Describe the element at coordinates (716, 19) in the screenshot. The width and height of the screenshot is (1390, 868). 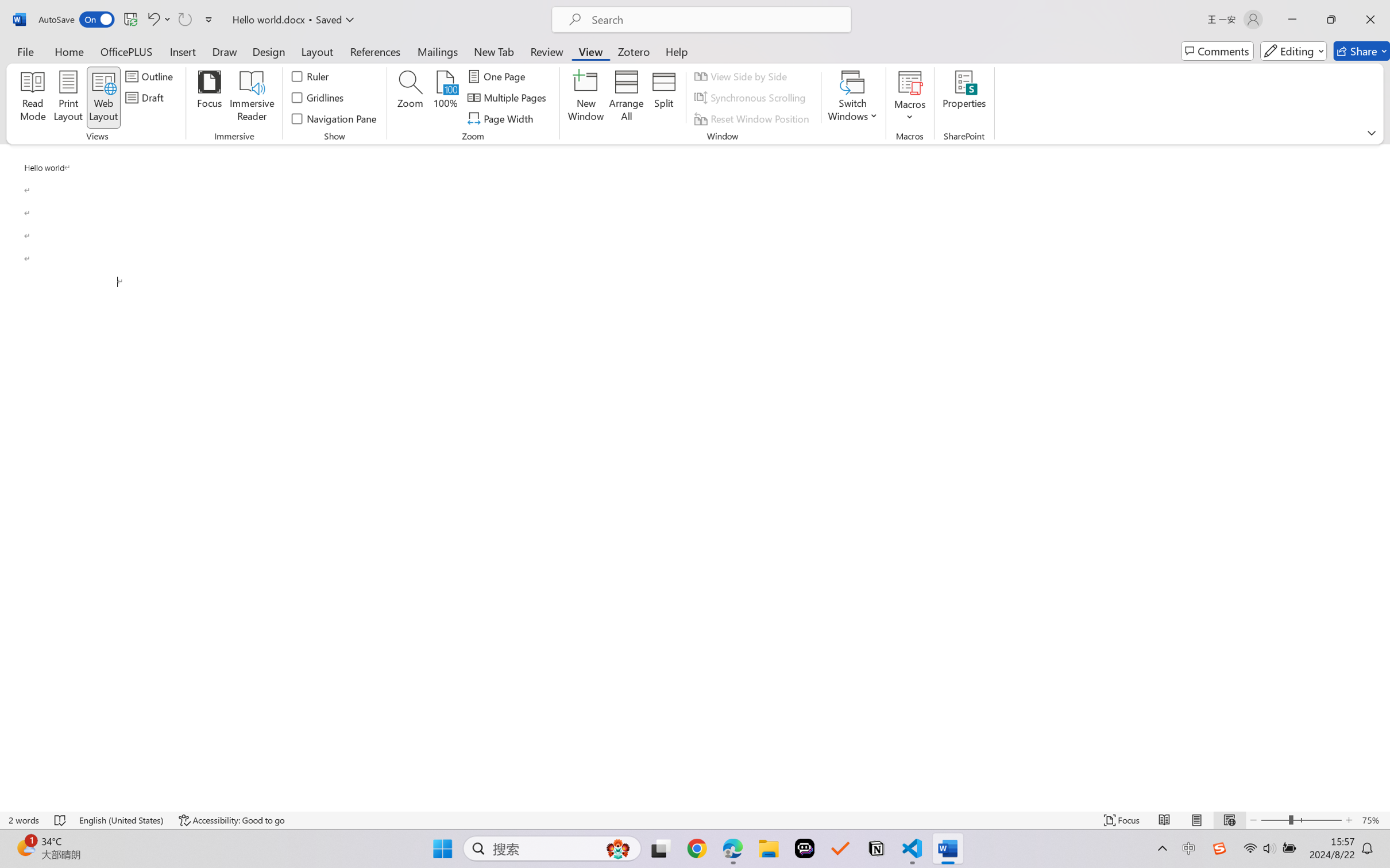
I see `'Microsoft search'` at that location.